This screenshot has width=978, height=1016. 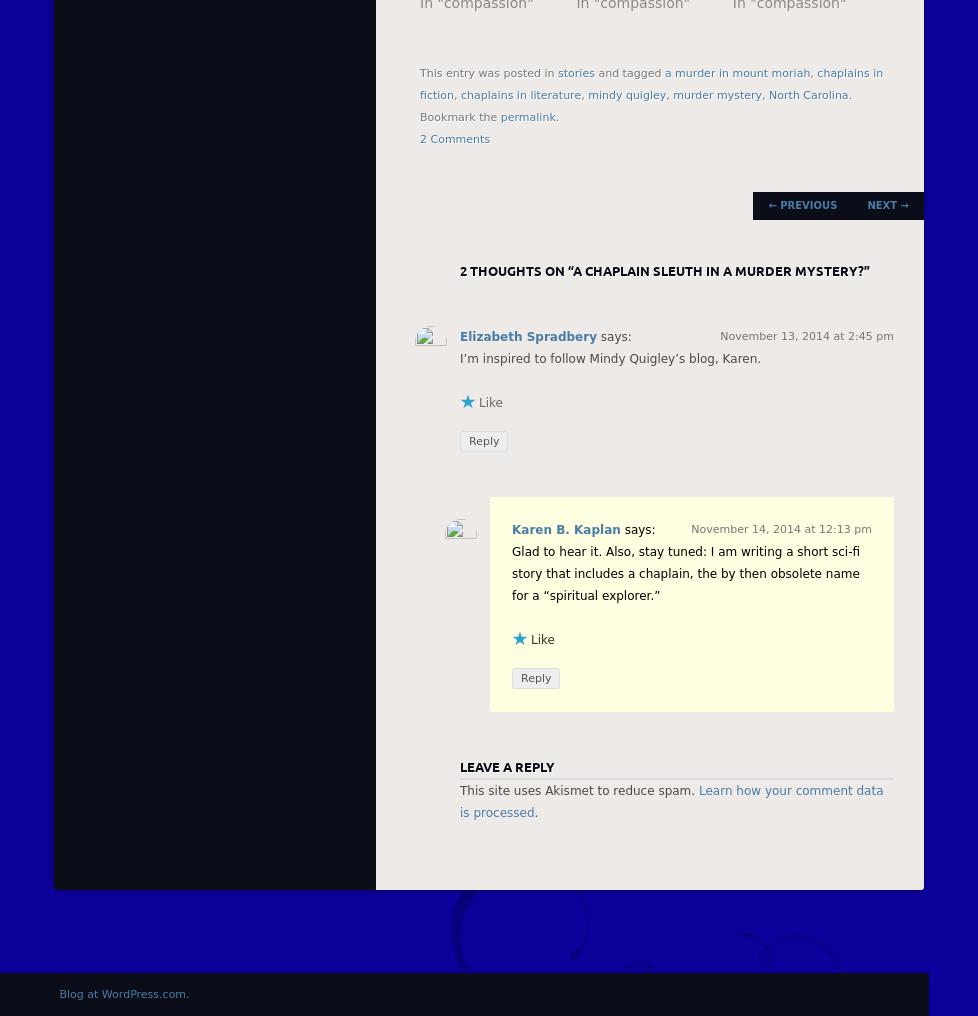 I want to click on 'mindy quigley', so click(x=626, y=95).